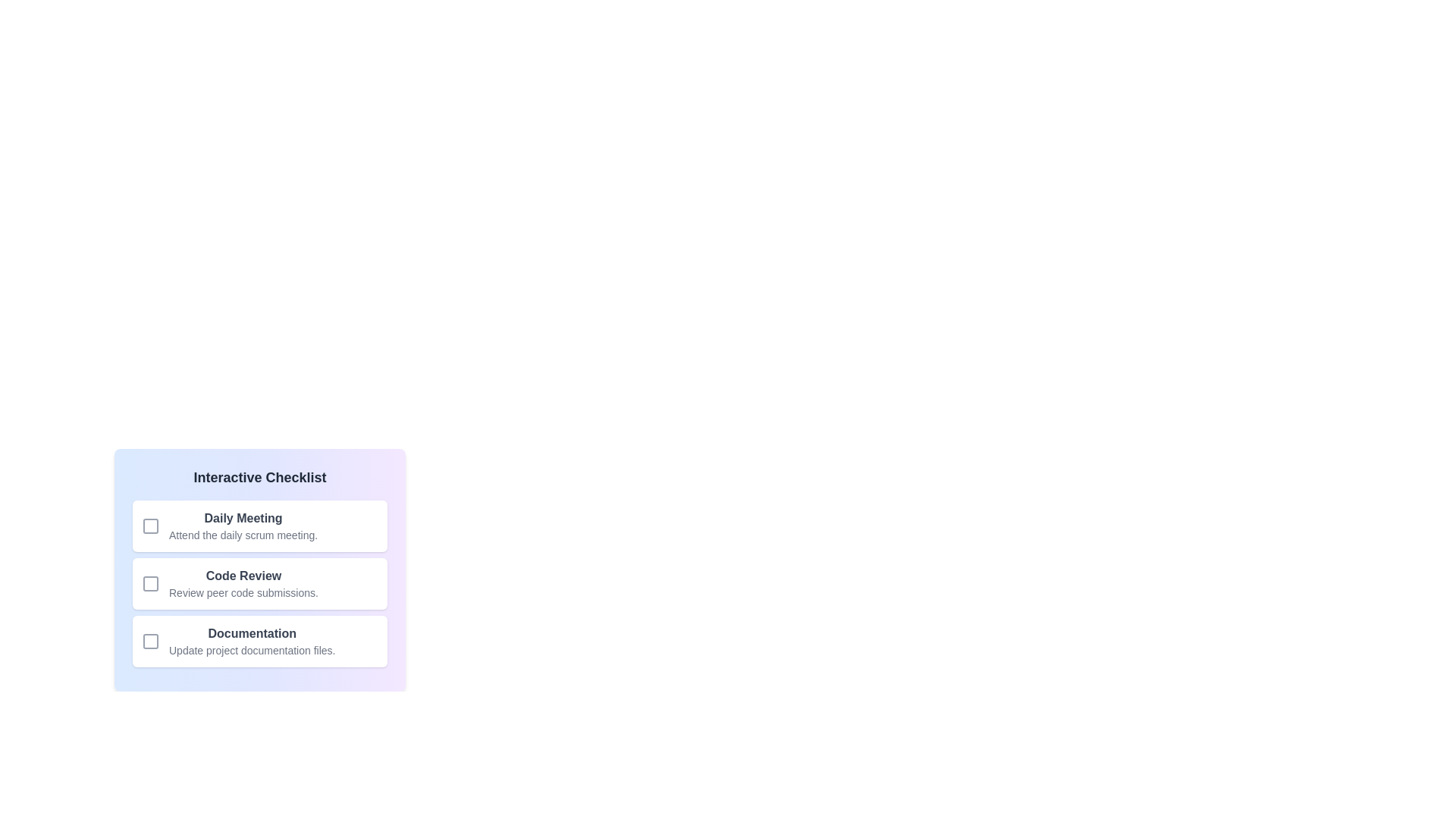 This screenshot has width=1456, height=819. What do you see at coordinates (243, 534) in the screenshot?
I see `the informational static text that serves as a descriptive subtitle for the 'Daily Meeting' task, located in the second row of the 'Interactive Checklist'` at bounding box center [243, 534].